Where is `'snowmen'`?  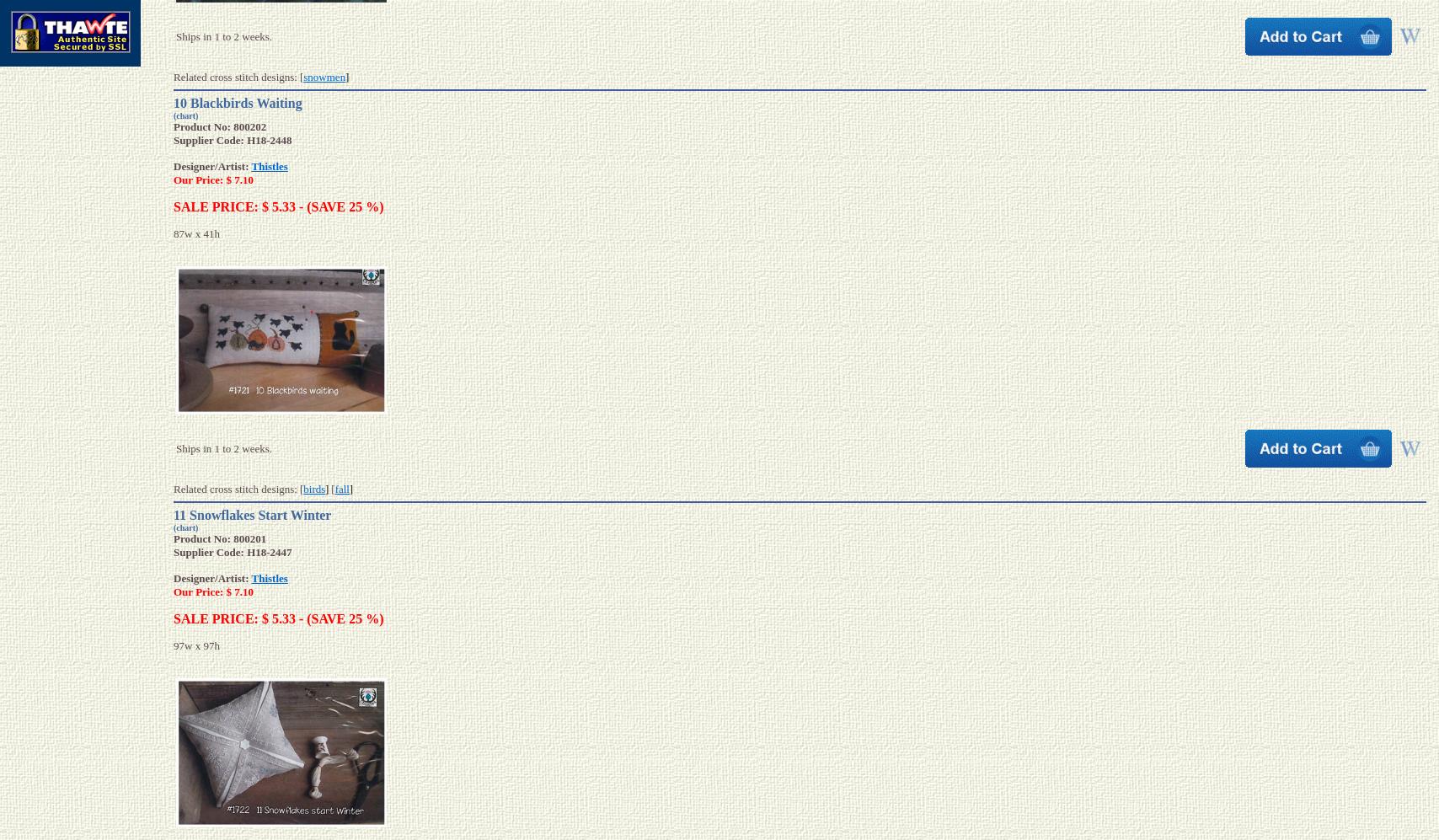 'snowmen' is located at coordinates (324, 75).